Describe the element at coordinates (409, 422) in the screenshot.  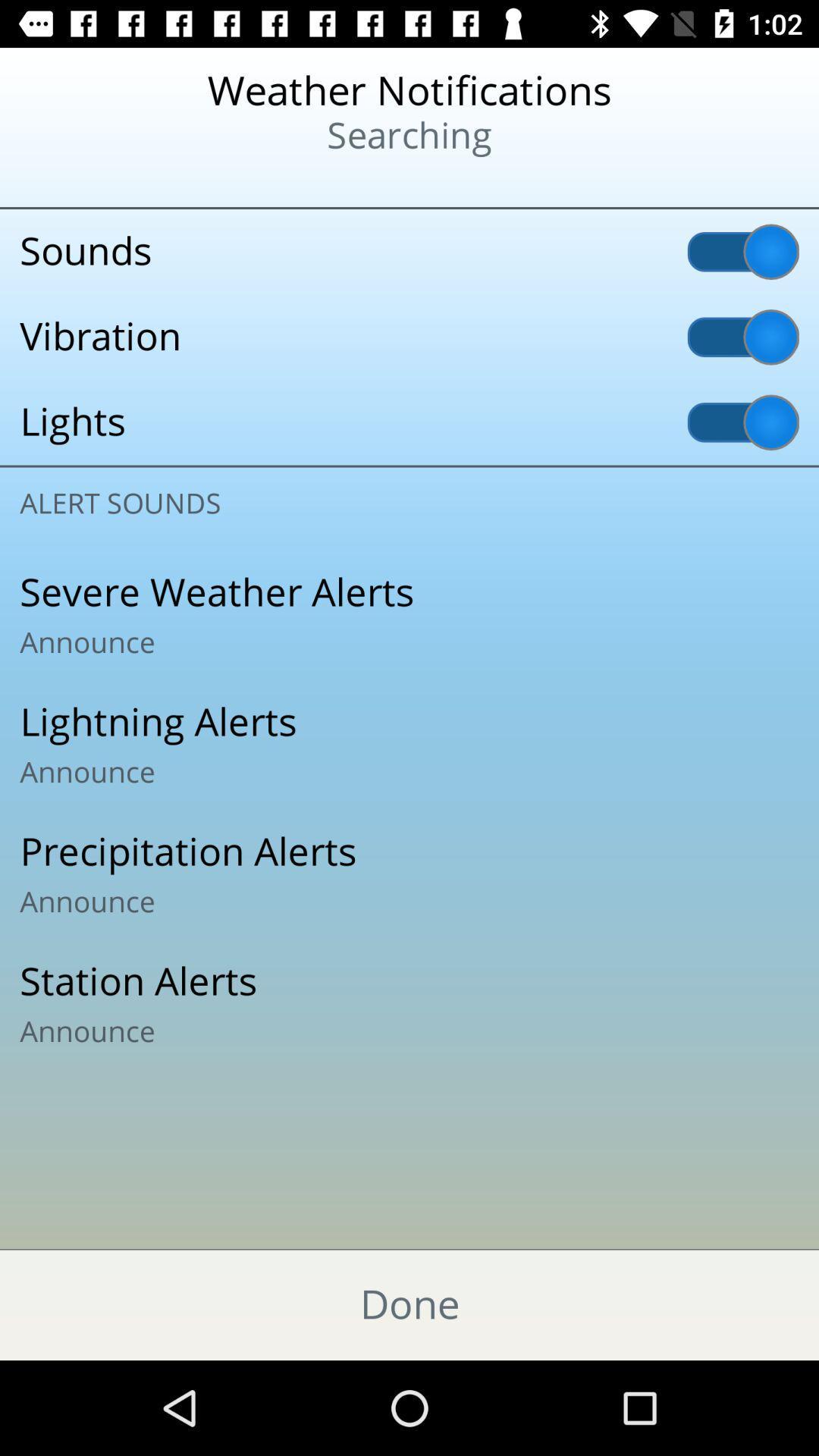
I see `the icon below the vibration item` at that location.